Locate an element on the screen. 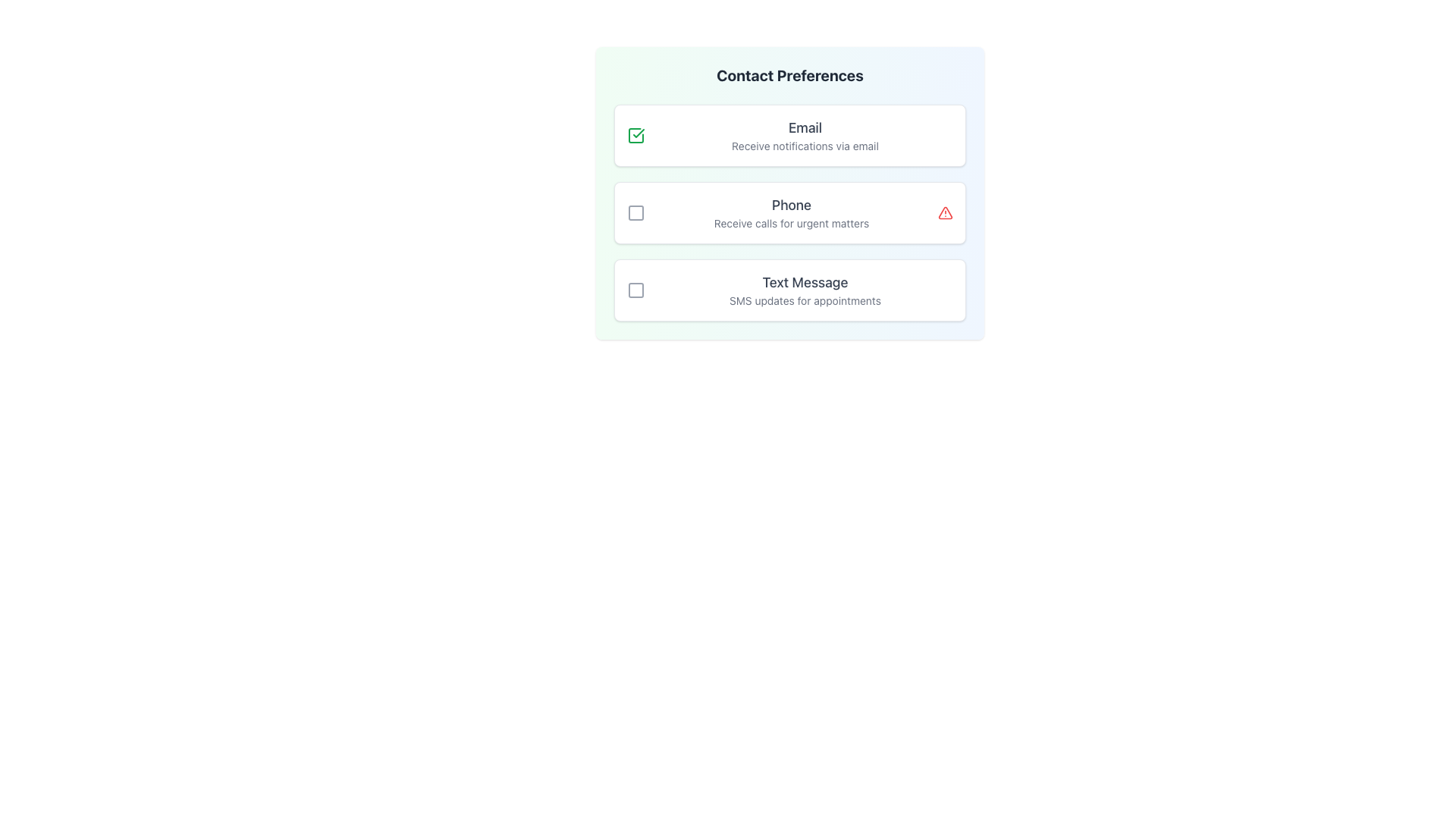 The image size is (1456, 819). the text label that specifies the notification preference method for the associated checkbox, positioned above the description text 'Receive notifications via email' is located at coordinates (804, 127).